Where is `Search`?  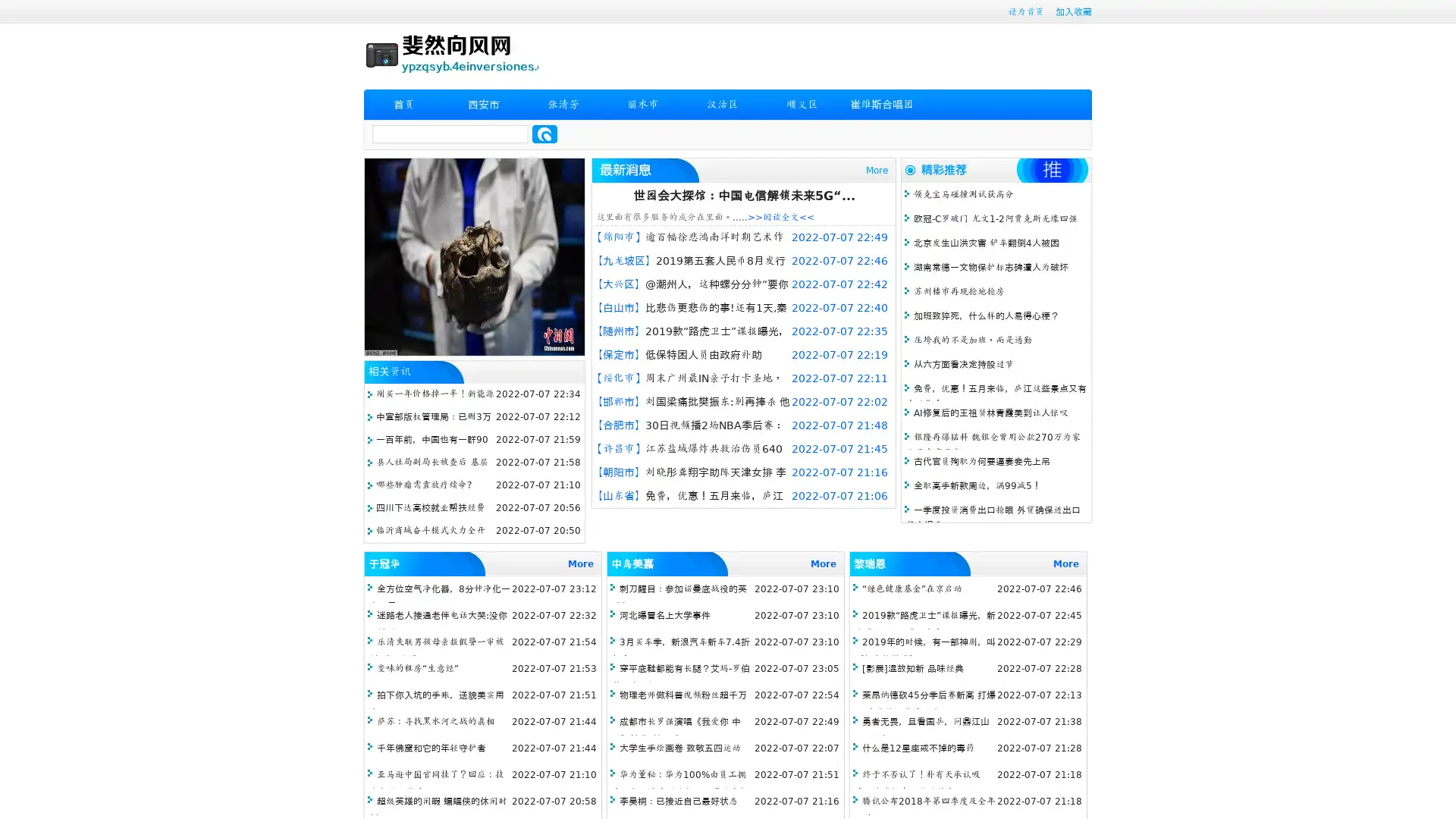
Search is located at coordinates (544, 133).